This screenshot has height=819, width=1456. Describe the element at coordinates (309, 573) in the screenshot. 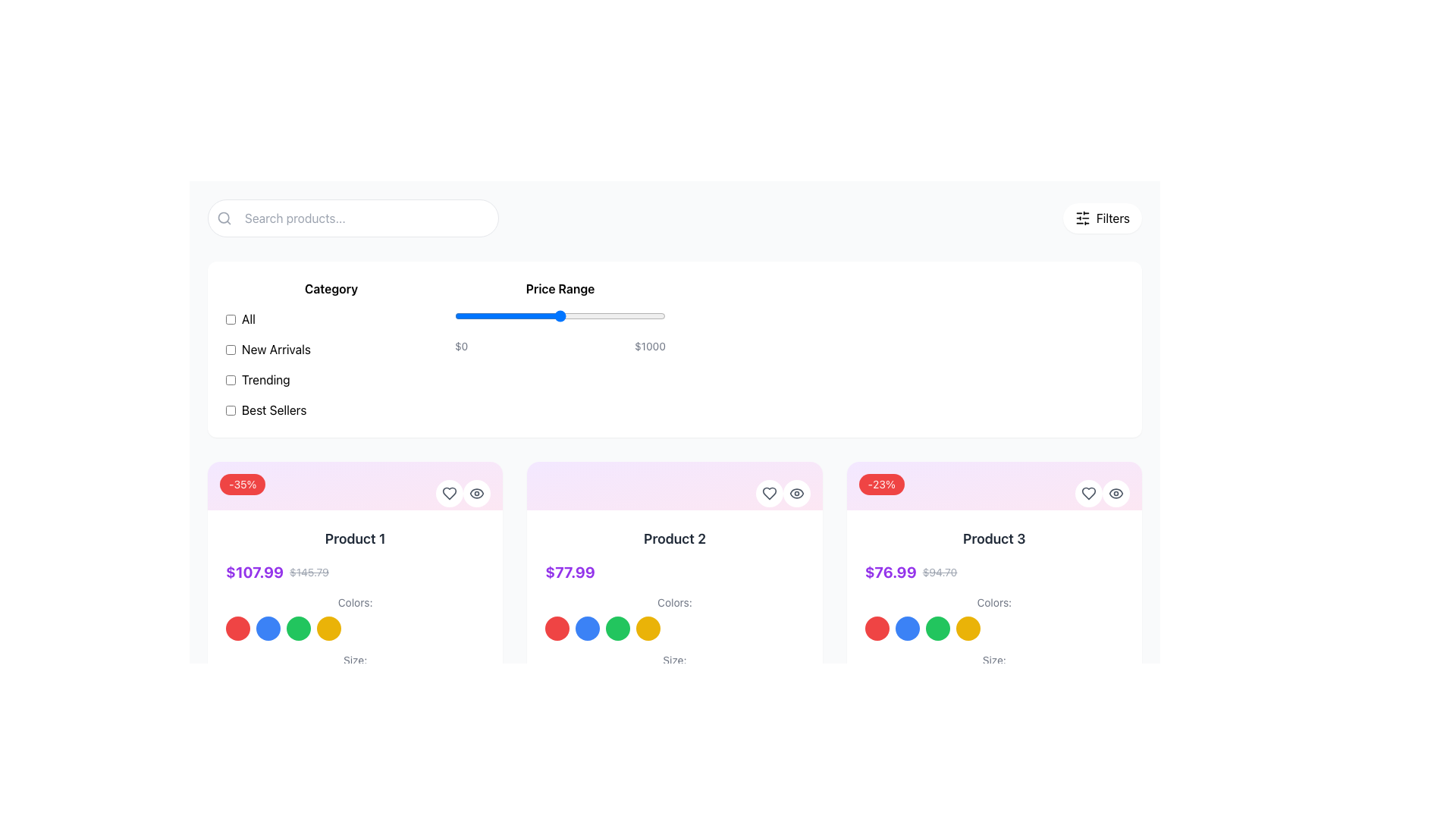

I see `the text label displaying the original price of the product, located within the 'Product 1' card, positioned below the product title and above the color options` at that location.